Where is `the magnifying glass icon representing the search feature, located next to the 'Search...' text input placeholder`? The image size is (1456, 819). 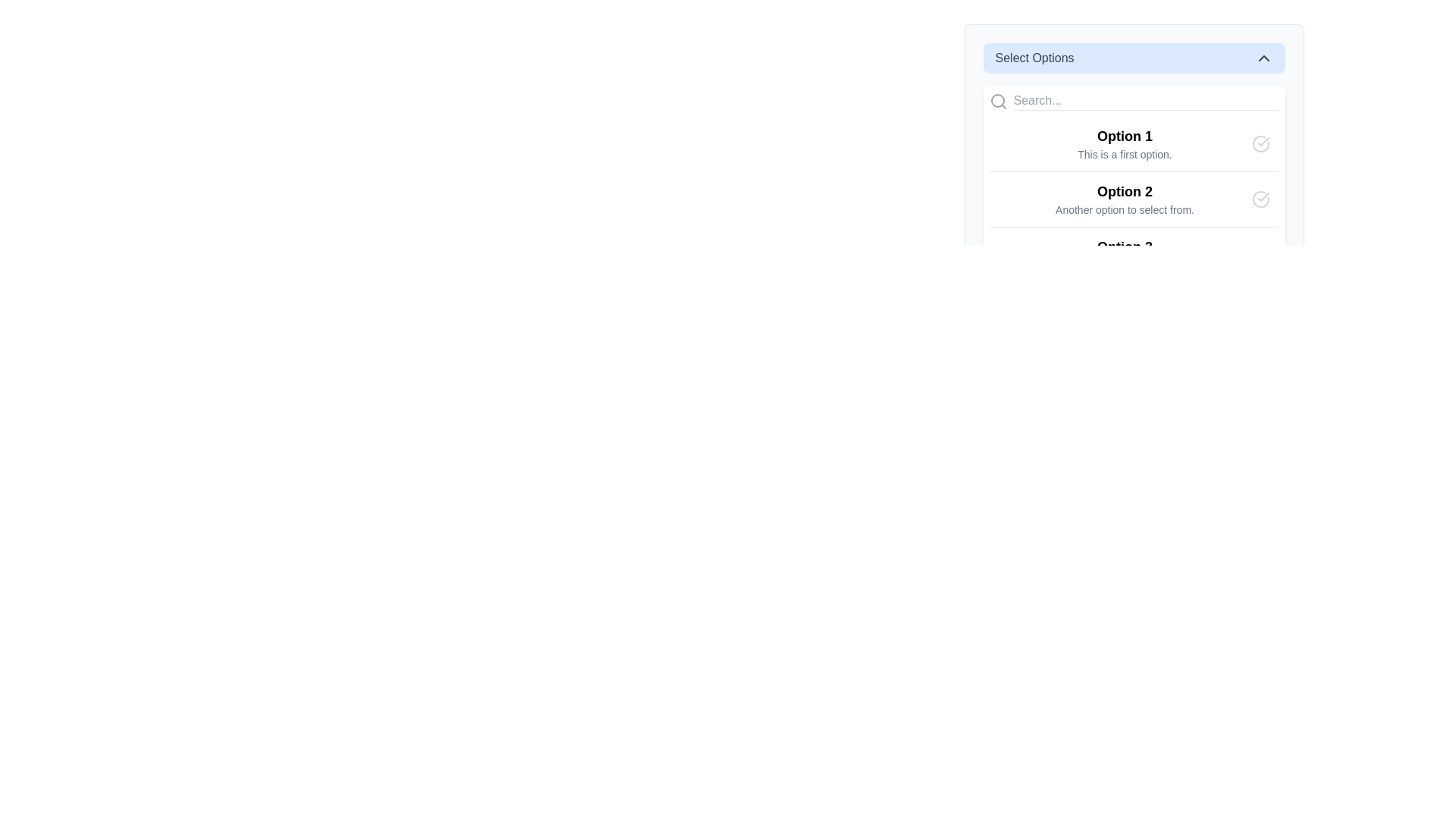 the magnifying glass icon representing the search feature, located next to the 'Search...' text input placeholder is located at coordinates (998, 101).